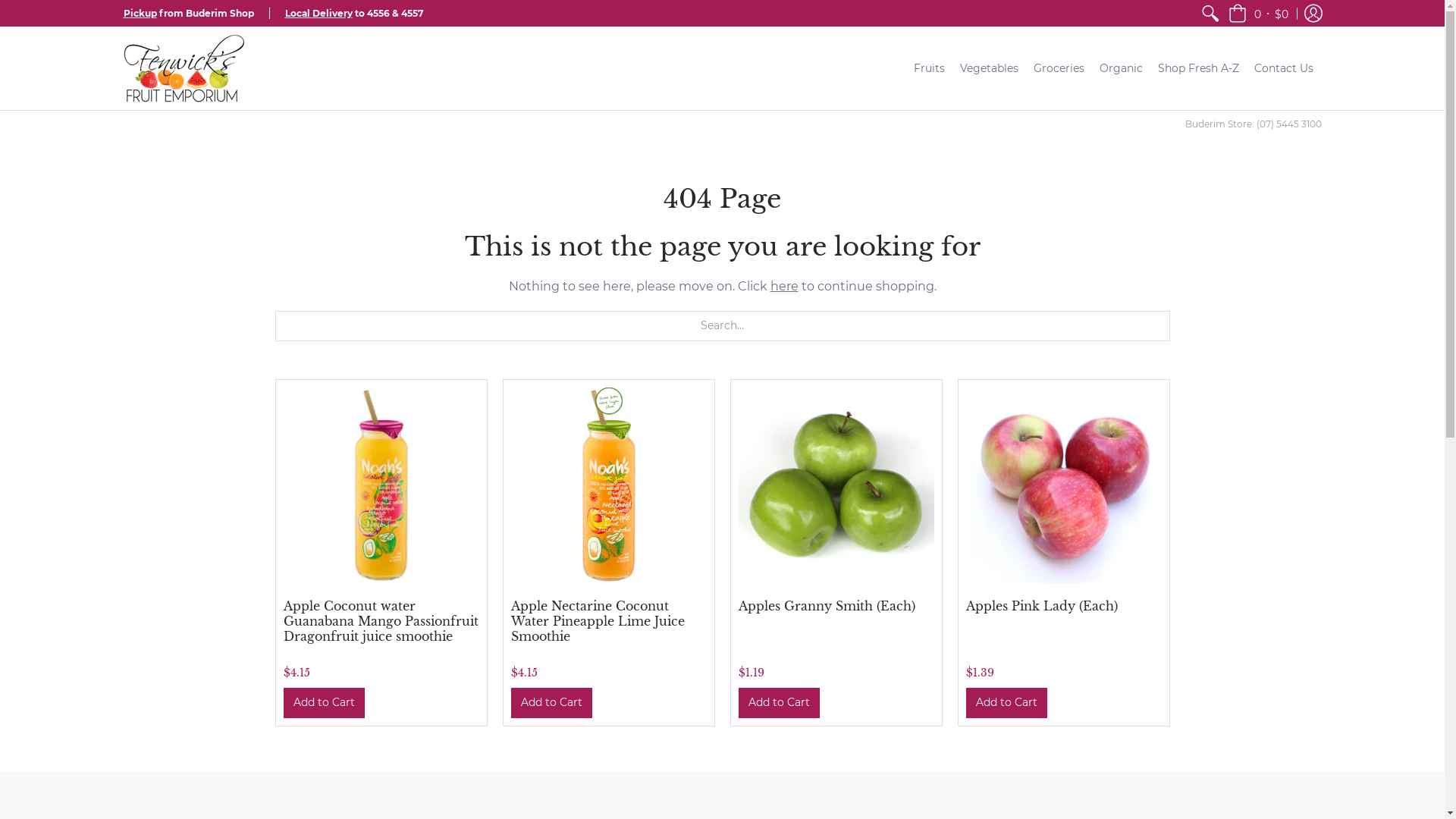 Image resolution: width=1456 pixels, height=819 pixels. What do you see at coordinates (989, 67) in the screenshot?
I see `'Vegetables'` at bounding box center [989, 67].